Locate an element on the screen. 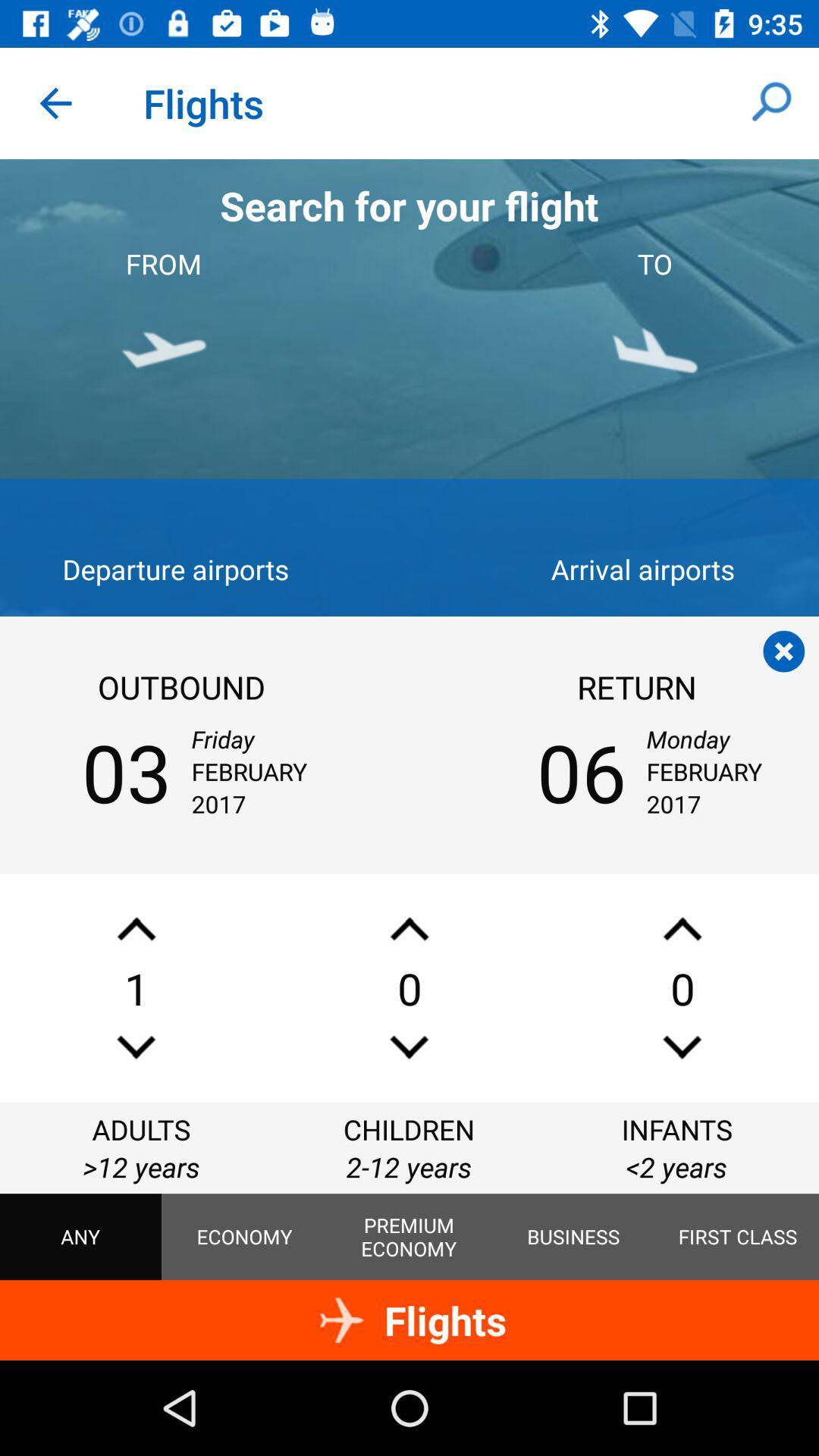  item to the left of first class is located at coordinates (573, 1237).